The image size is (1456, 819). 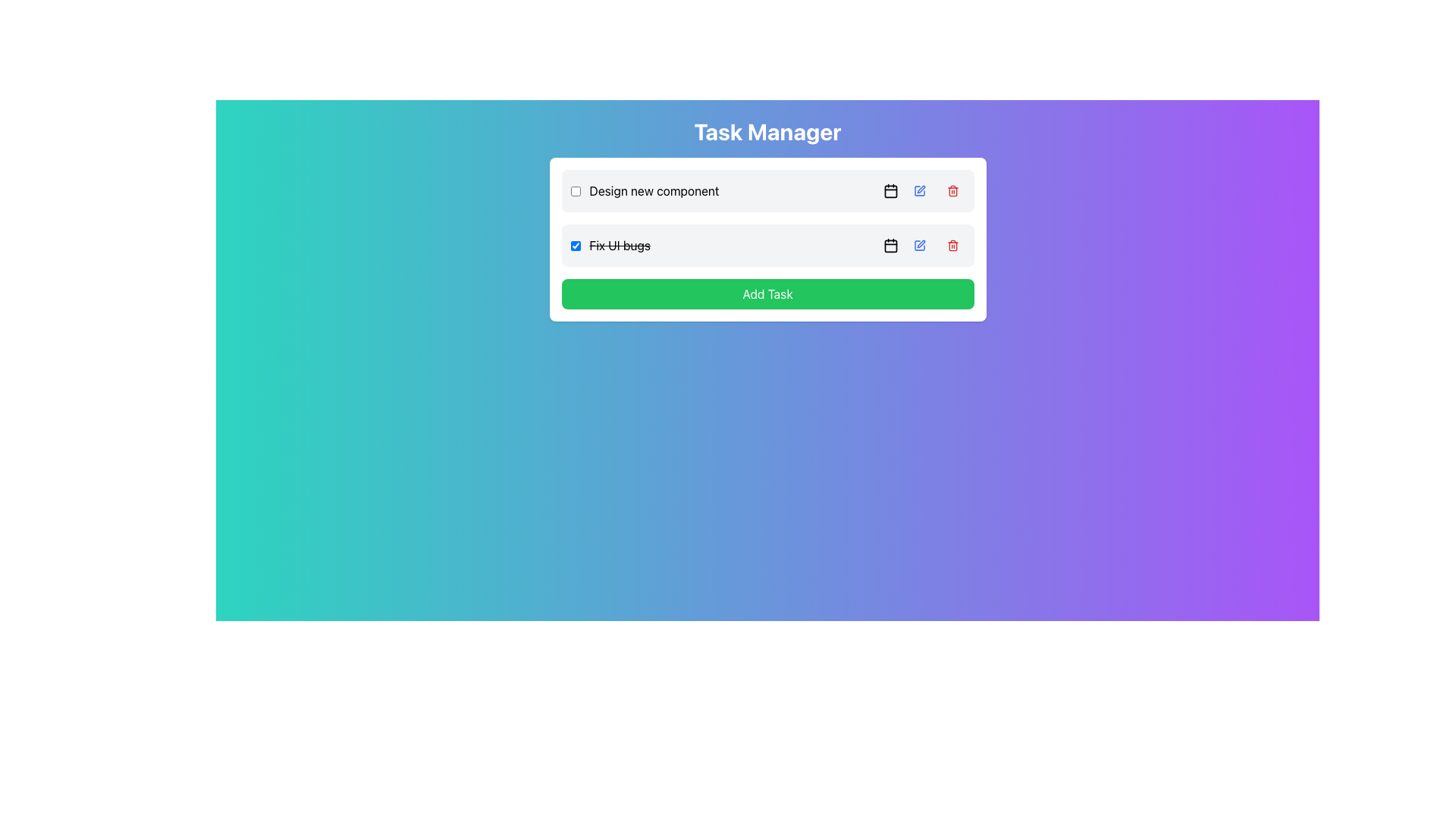 What do you see at coordinates (918, 245) in the screenshot?
I see `the edit button for the task 'Fix UI bugs'` at bounding box center [918, 245].